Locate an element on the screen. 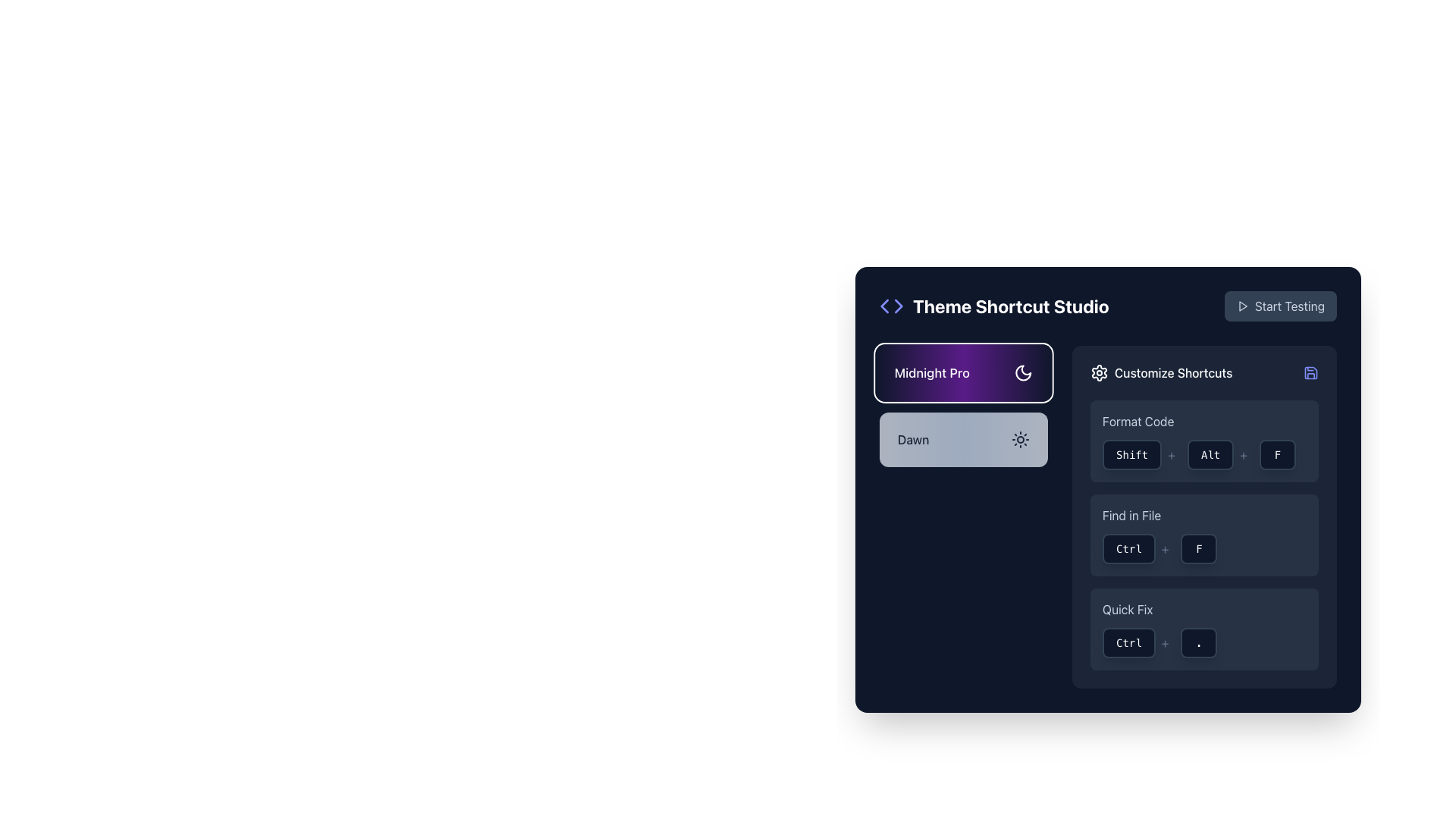 This screenshot has height=819, width=1456. the 'Ctrl' key representation in the 'Find in File' shortcut sequence, located in the 'Customize Shortcuts' section is located at coordinates (1138, 549).